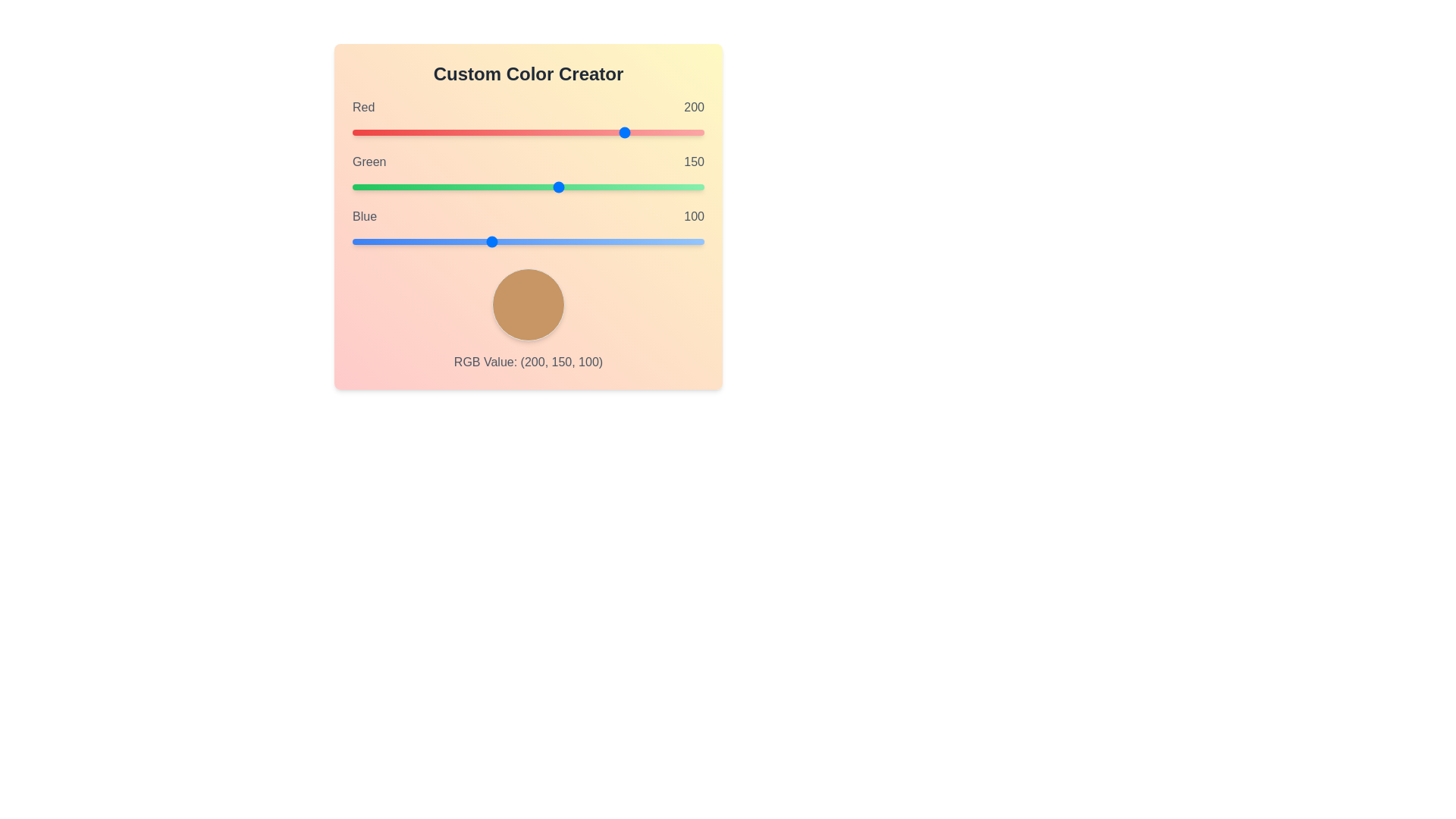 This screenshot has width=1456, height=819. Describe the element at coordinates (422, 186) in the screenshot. I see `the Green slider to set the green component to 50` at that location.